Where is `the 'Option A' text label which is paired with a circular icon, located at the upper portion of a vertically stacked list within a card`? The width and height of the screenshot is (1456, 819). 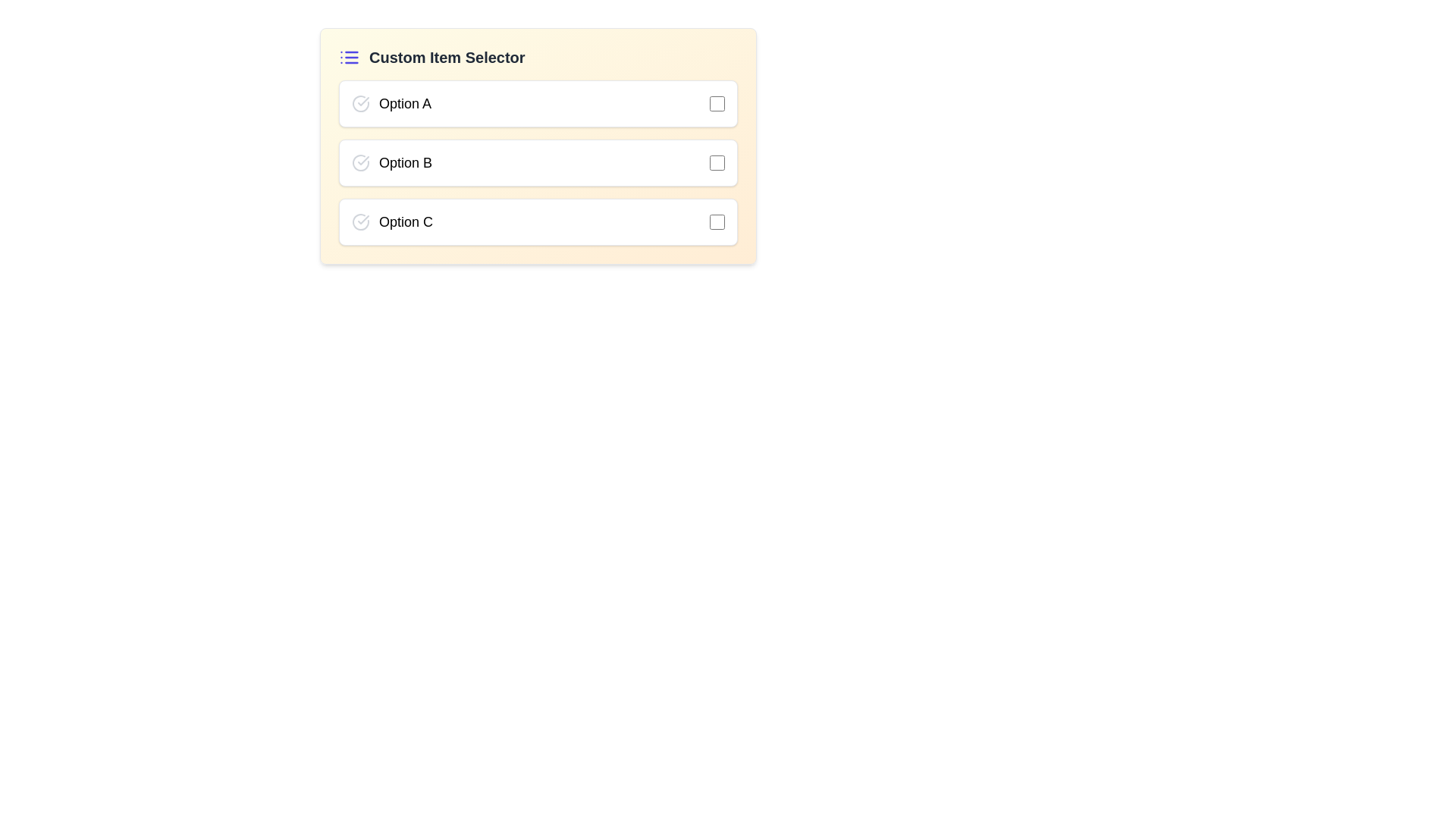 the 'Option A' text label which is paired with a circular icon, located at the upper portion of a vertically stacked list within a card is located at coordinates (391, 103).